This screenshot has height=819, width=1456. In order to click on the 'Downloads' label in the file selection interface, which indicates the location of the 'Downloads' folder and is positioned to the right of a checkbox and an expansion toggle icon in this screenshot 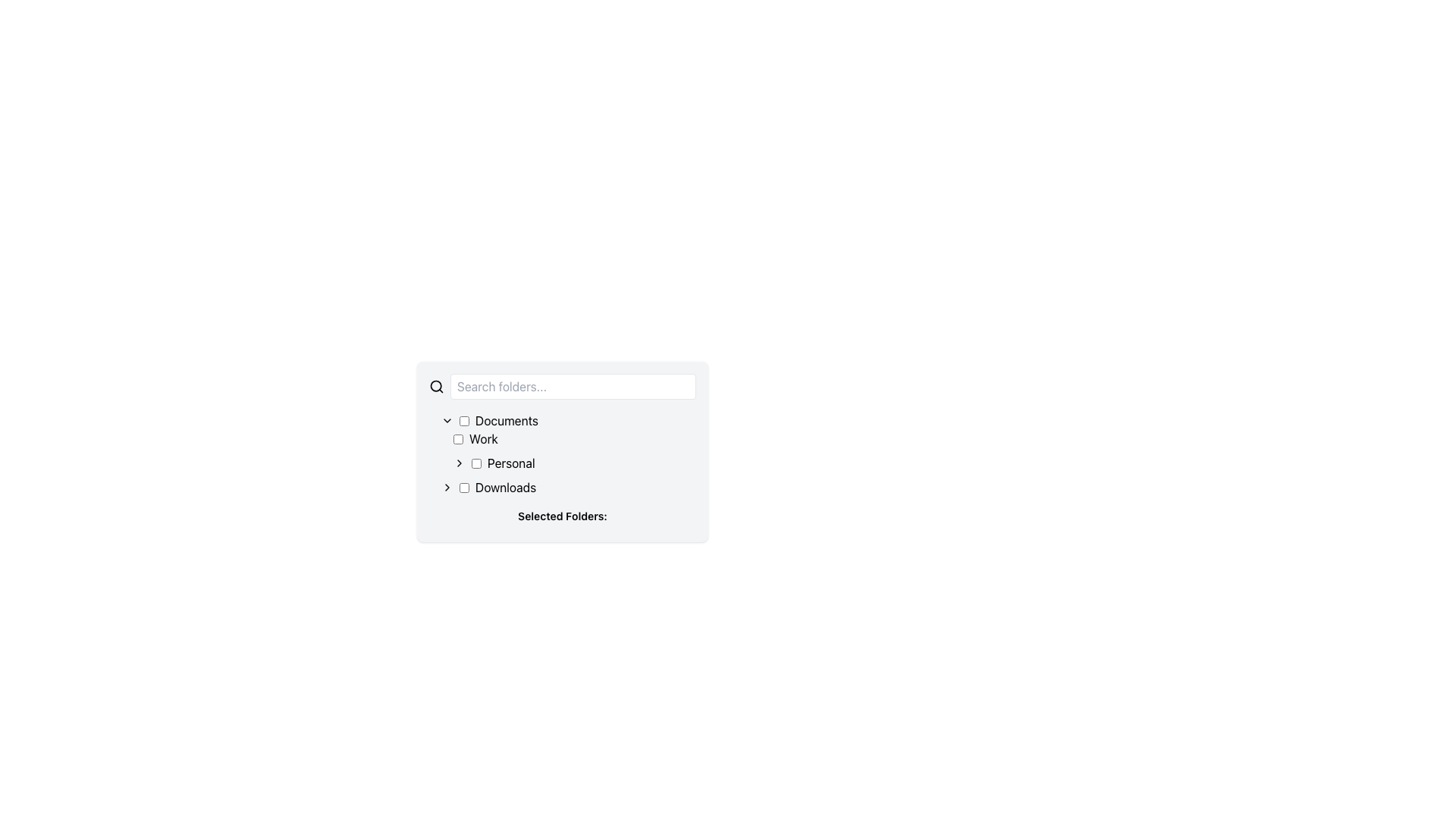, I will do `click(506, 488)`.